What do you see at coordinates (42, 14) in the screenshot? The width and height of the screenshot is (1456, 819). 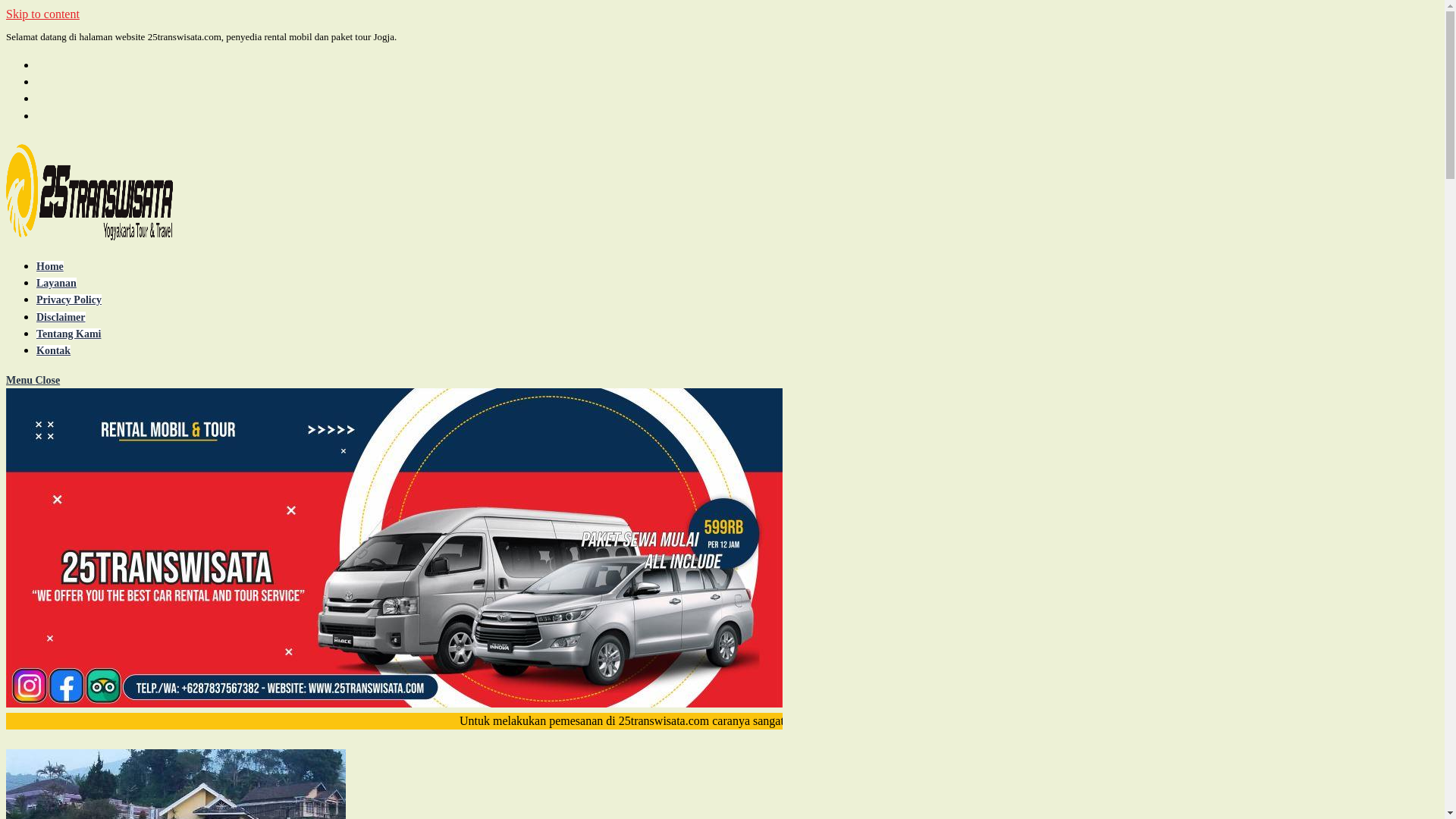 I see `'Skip to content'` at bounding box center [42, 14].